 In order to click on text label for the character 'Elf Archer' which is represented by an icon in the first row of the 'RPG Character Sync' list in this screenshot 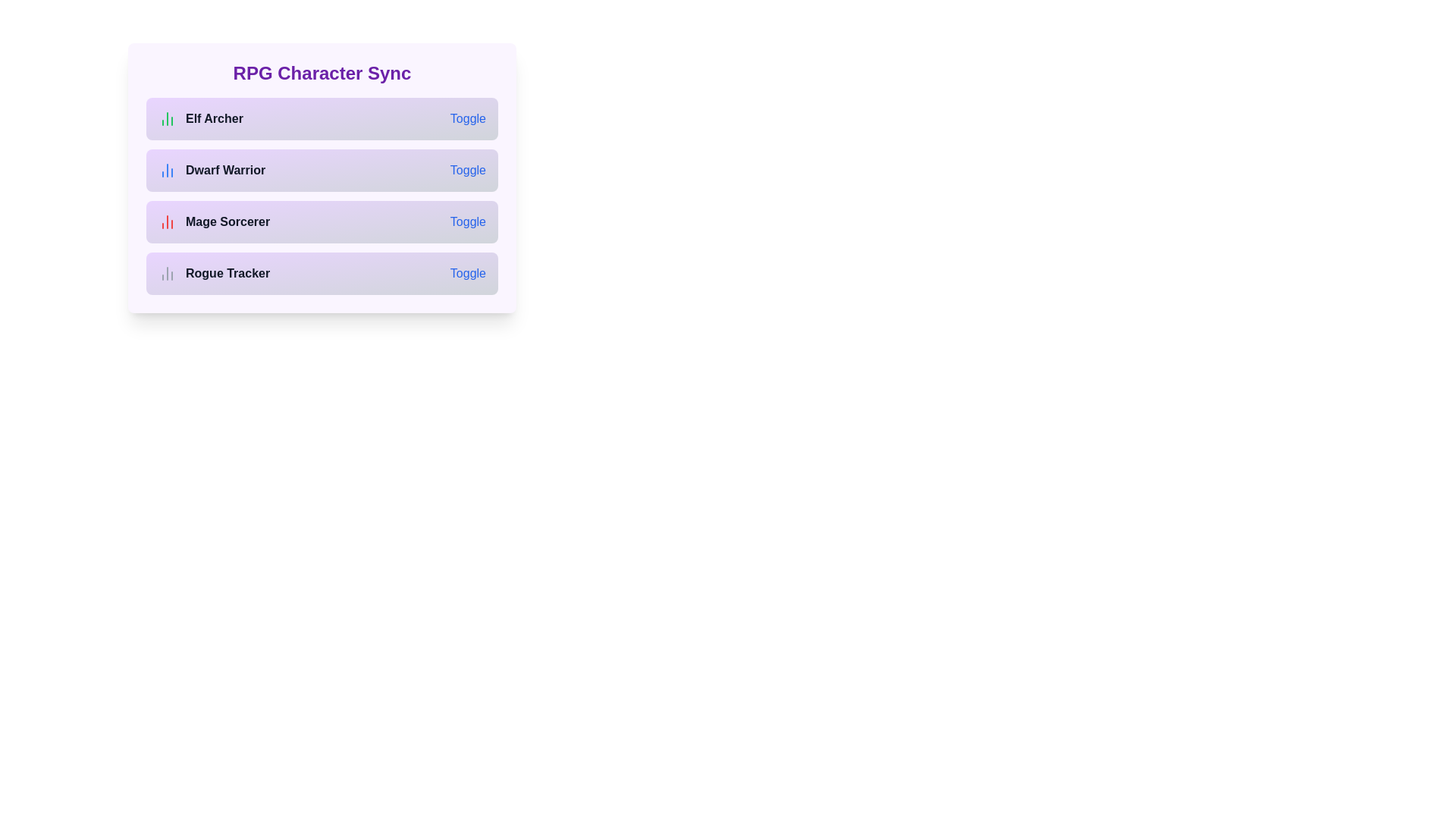, I will do `click(199, 118)`.